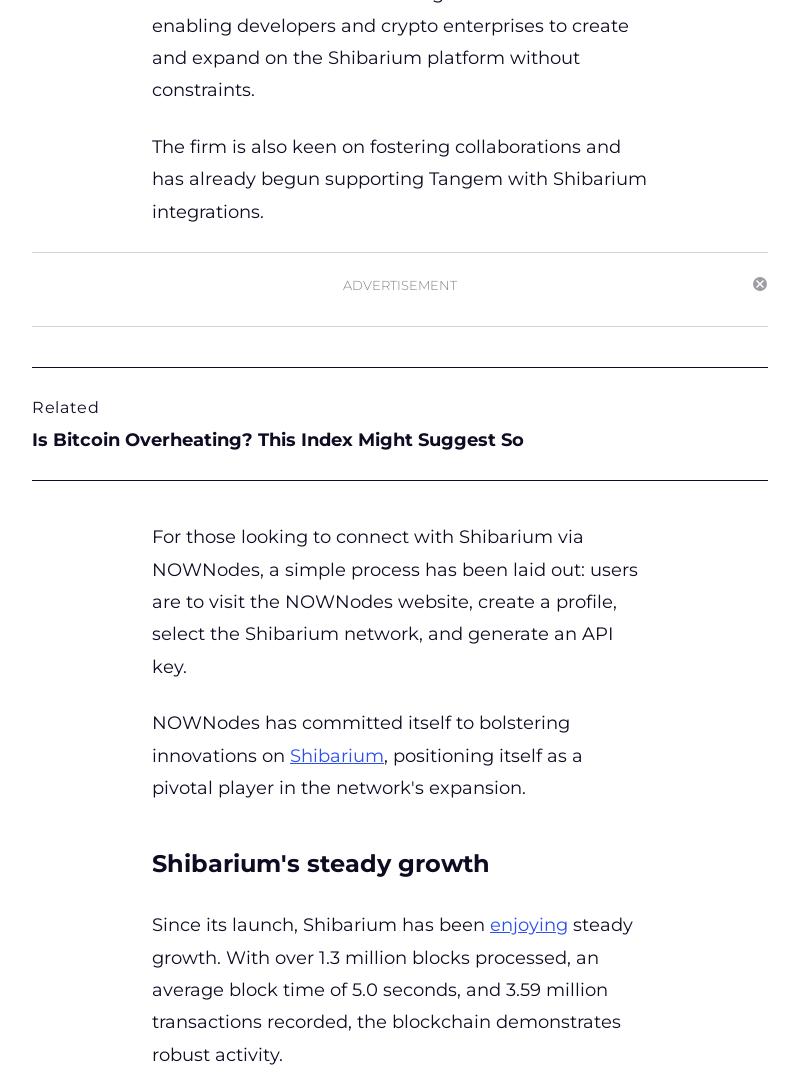  I want to click on 'enjoying', so click(528, 924).